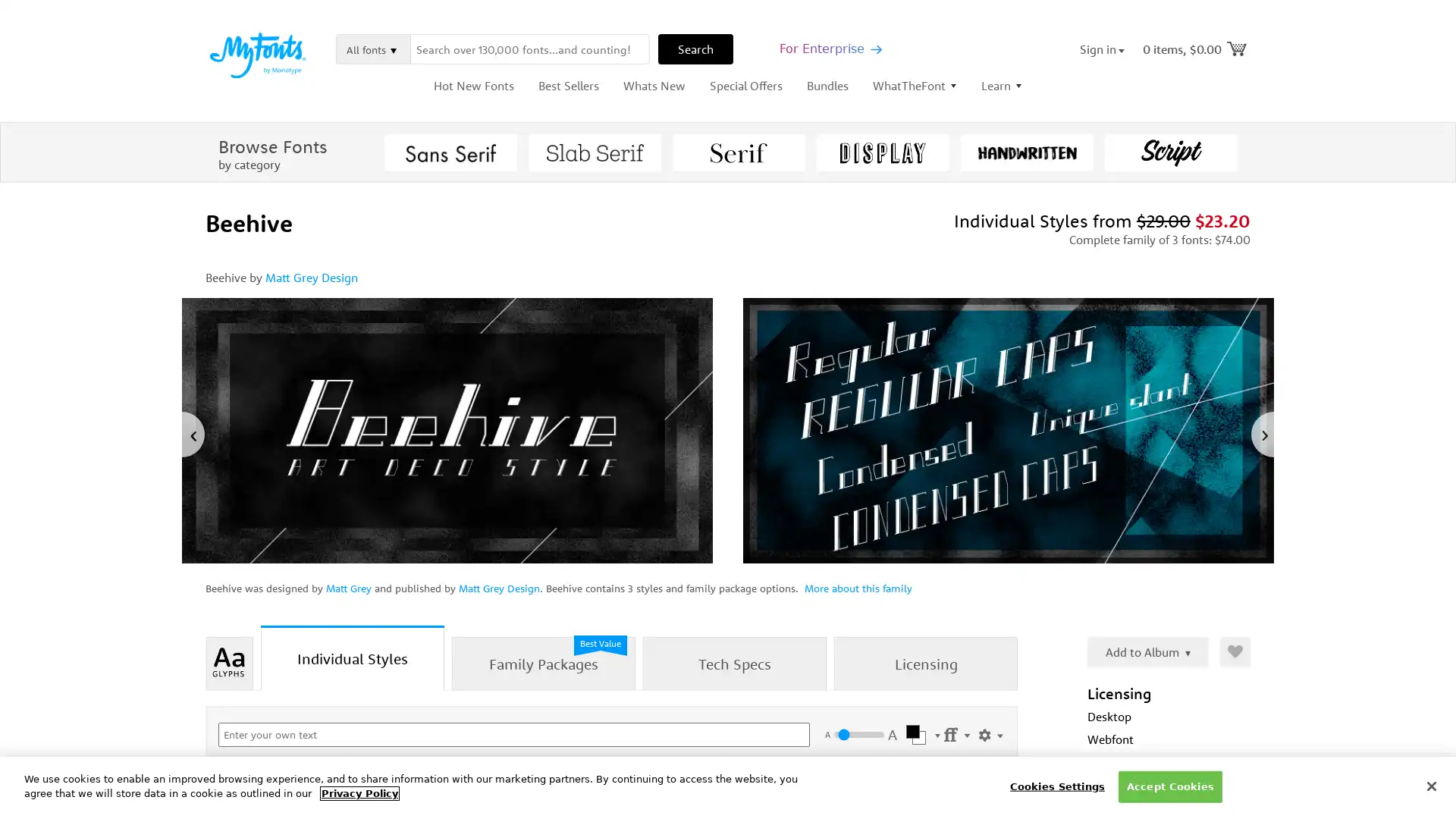 This screenshot has width=1456, height=819. I want to click on WhatTheFont, so click(914, 85).